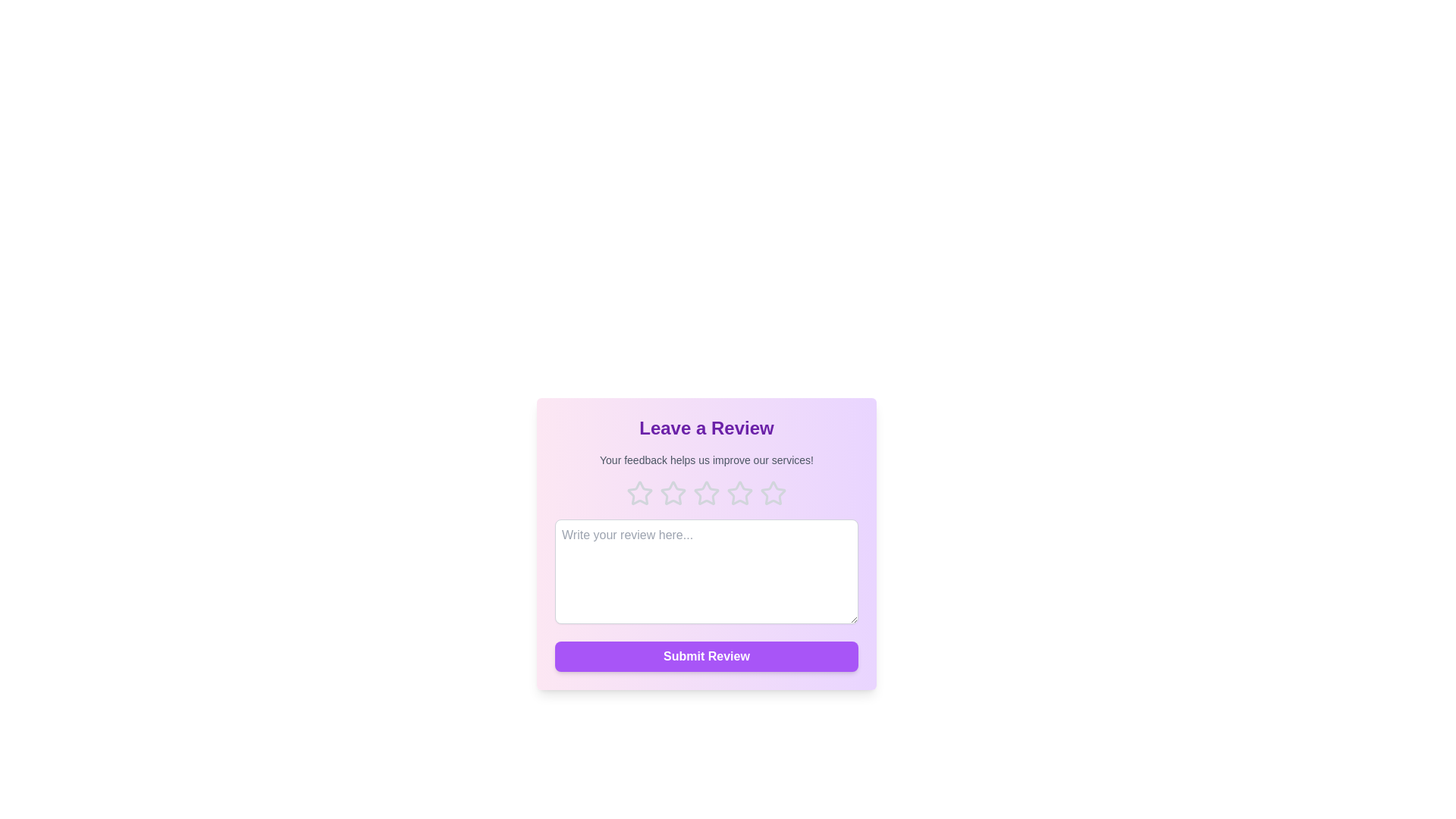 The width and height of the screenshot is (1456, 819). I want to click on the rating to 4 stars by clicking on the corresponding star, so click(739, 494).